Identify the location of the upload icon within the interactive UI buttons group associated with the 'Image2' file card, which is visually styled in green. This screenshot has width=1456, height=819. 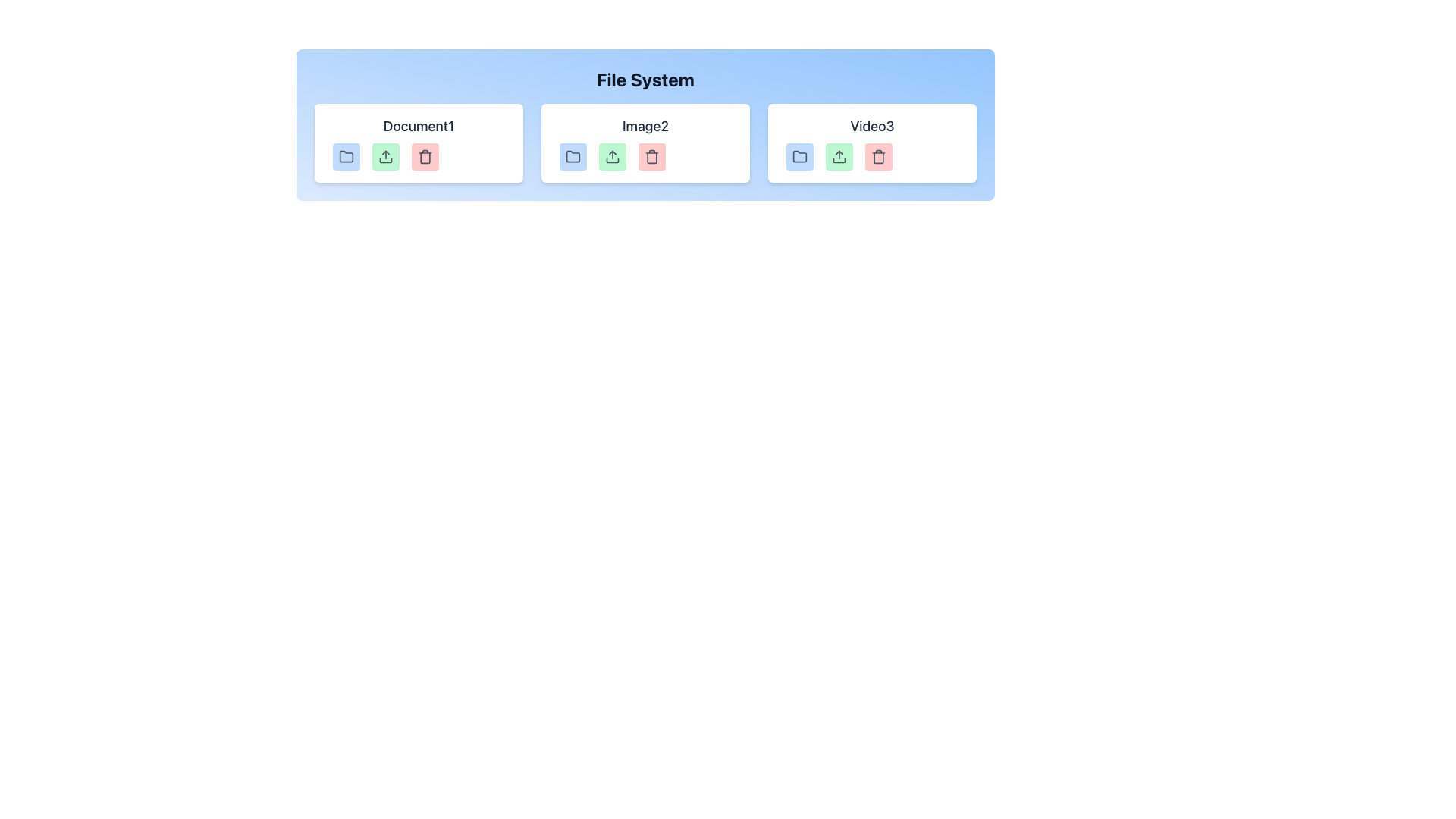
(645, 157).